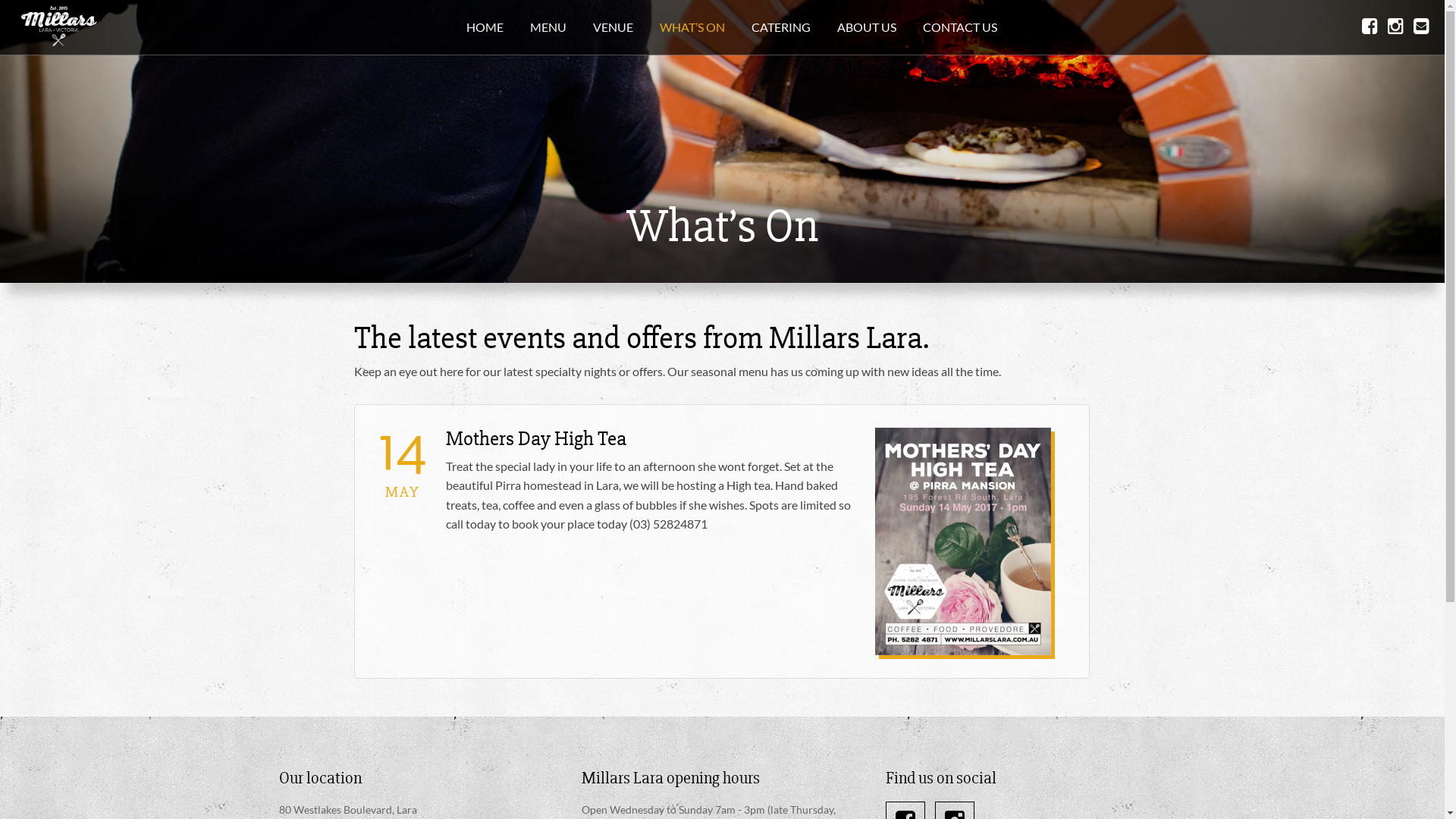 Image resolution: width=1456 pixels, height=819 pixels. I want to click on 'CONTACT US', so click(959, 27).